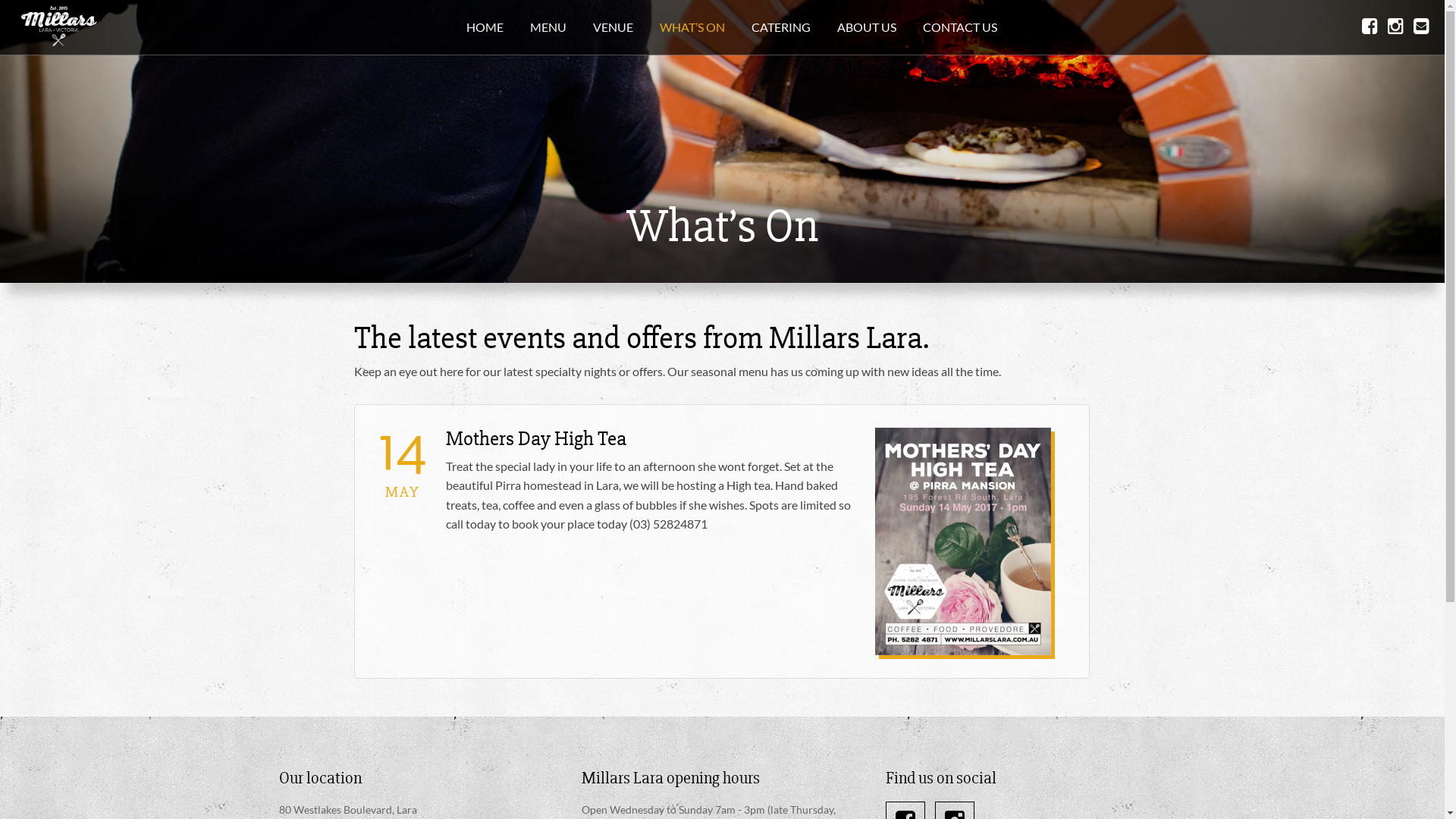 Image resolution: width=1456 pixels, height=819 pixels. I want to click on 'CONTACT US', so click(959, 27).